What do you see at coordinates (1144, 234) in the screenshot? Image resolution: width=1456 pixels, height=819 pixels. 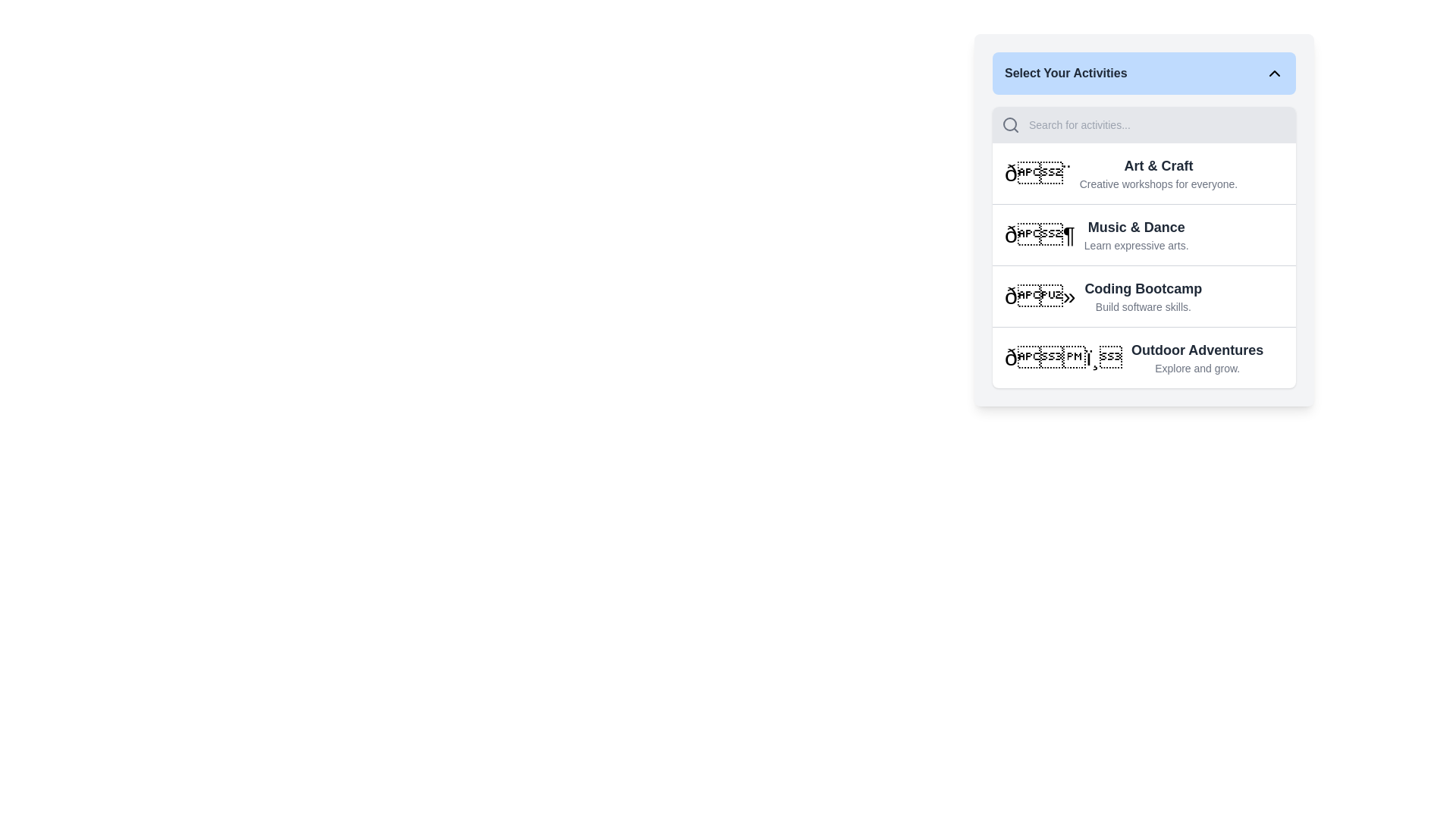 I see `the second list item featuring the musical note emoji "🎶", header "Music & Dance", and subheading "Learn expressive arts."` at bounding box center [1144, 234].